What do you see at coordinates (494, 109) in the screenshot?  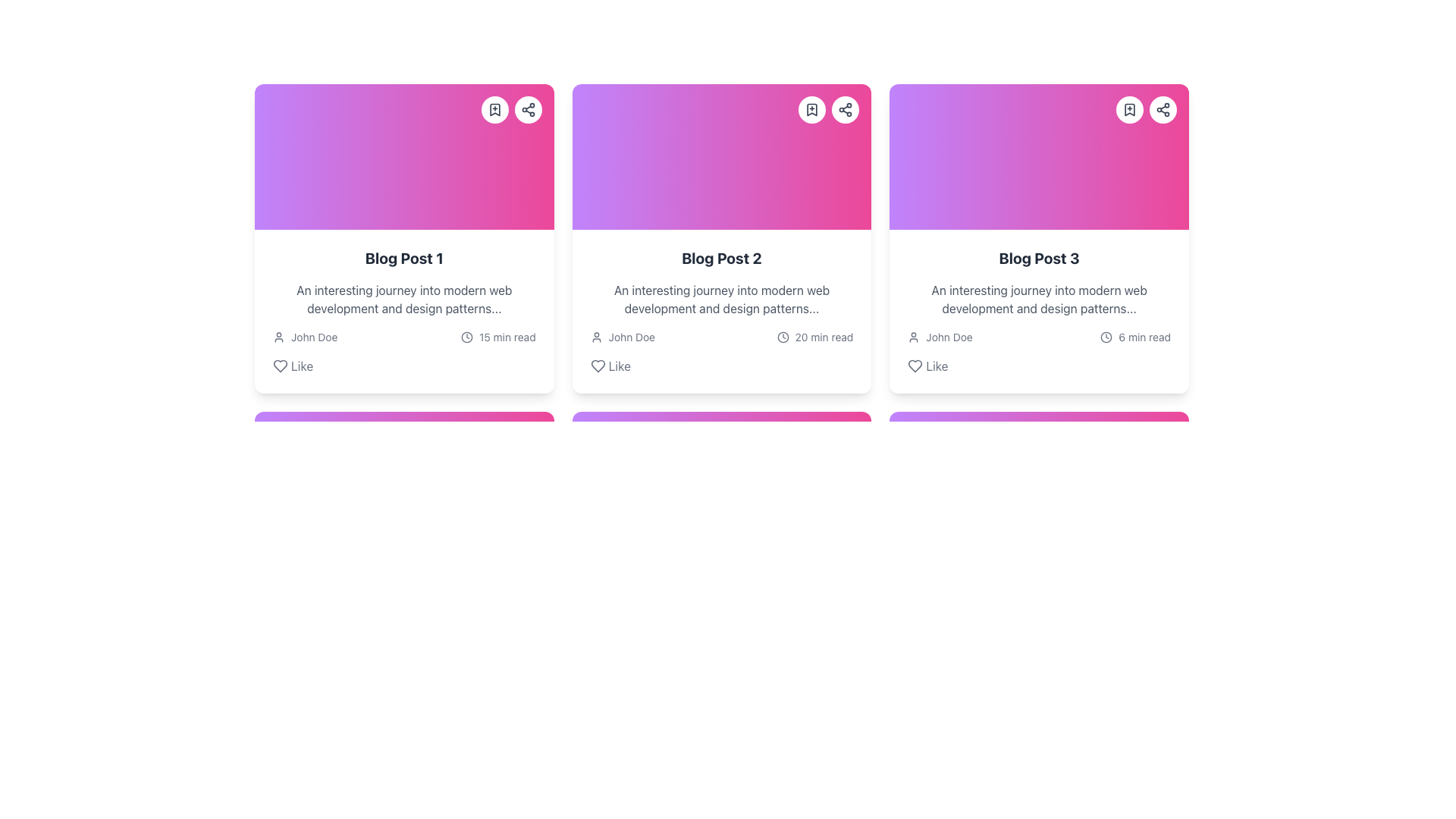 I see `the bookmark icon located at the top-right corner of the card titled 'Blog Post 1', which is the left icon among the two present` at bounding box center [494, 109].